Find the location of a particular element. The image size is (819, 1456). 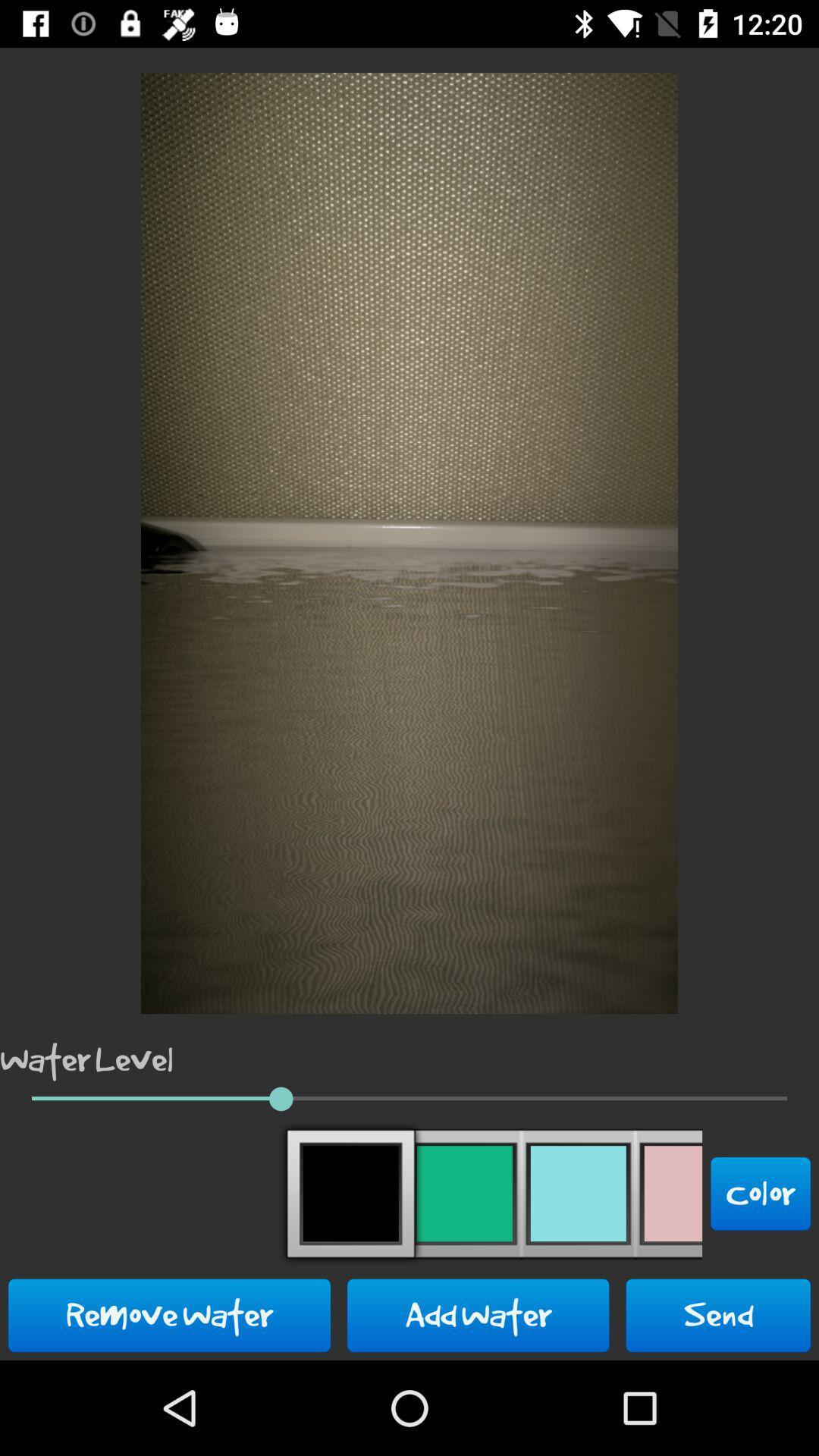

the send is located at coordinates (717, 1314).